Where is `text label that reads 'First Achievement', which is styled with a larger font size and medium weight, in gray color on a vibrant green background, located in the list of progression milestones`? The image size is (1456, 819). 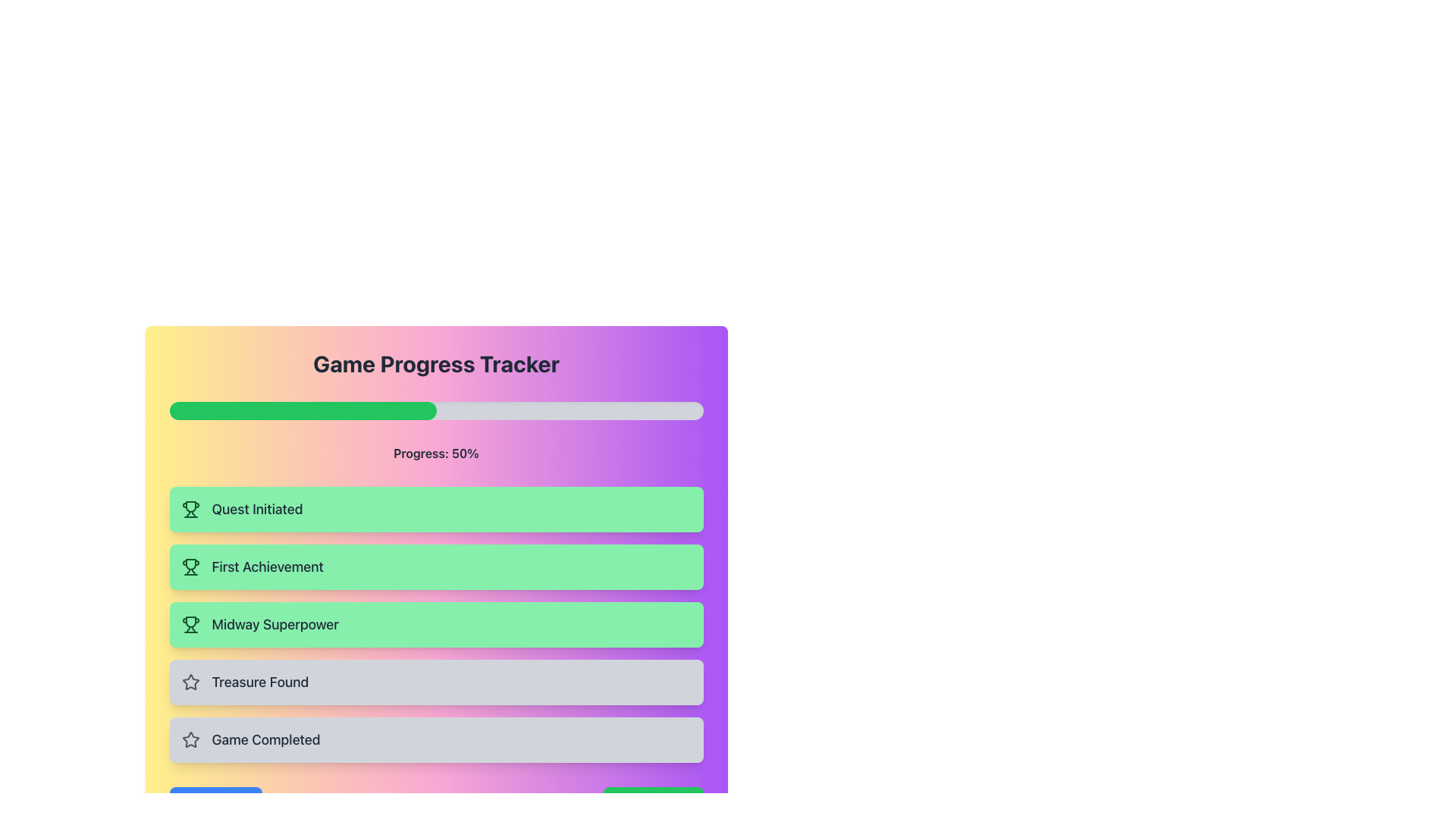
text label that reads 'First Achievement', which is styled with a larger font size and medium weight, in gray color on a vibrant green background, located in the list of progression milestones is located at coordinates (268, 567).